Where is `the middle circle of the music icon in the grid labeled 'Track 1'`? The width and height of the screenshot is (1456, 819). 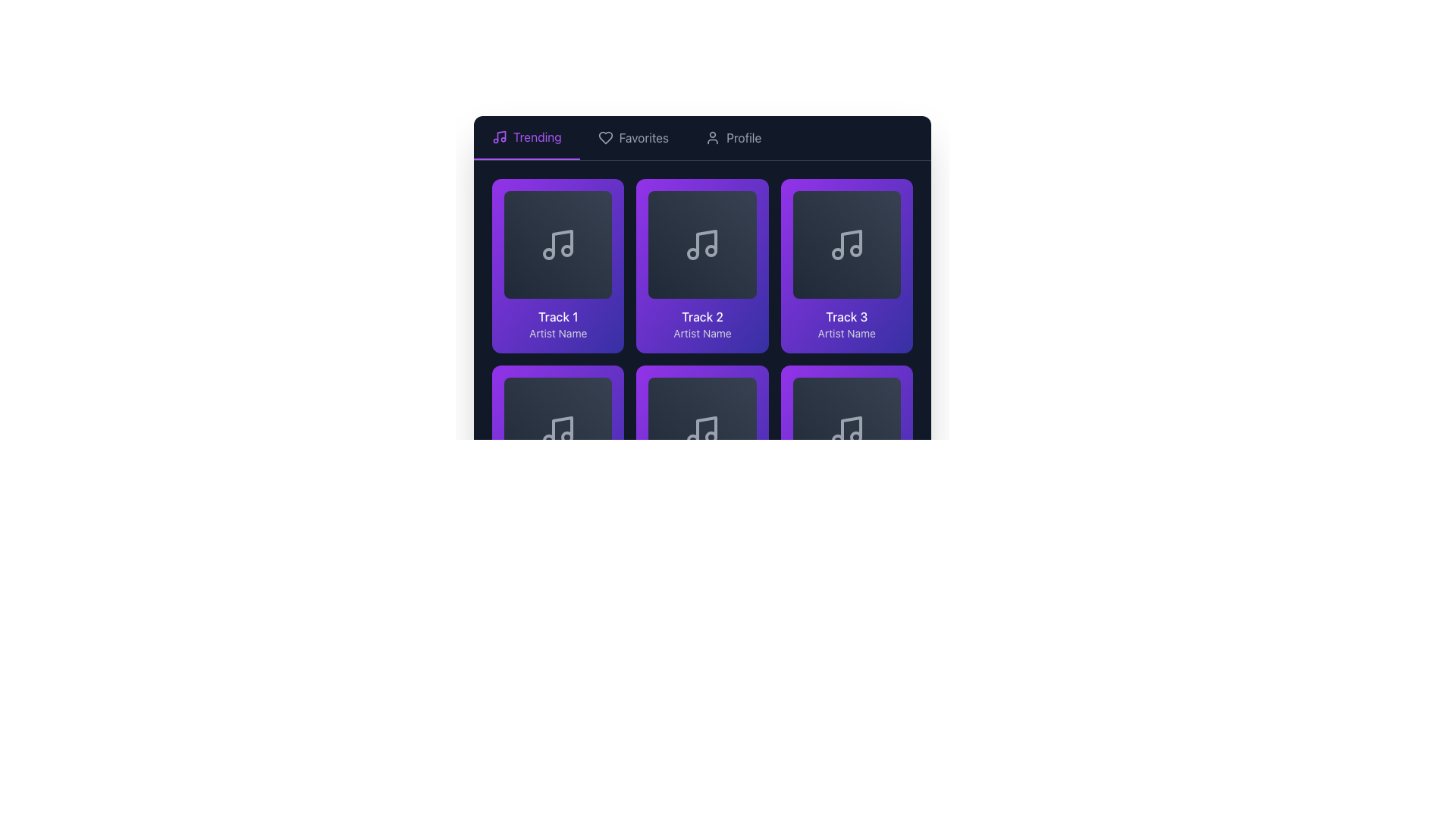
the middle circle of the music icon in the grid labeled 'Track 1' is located at coordinates (548, 253).